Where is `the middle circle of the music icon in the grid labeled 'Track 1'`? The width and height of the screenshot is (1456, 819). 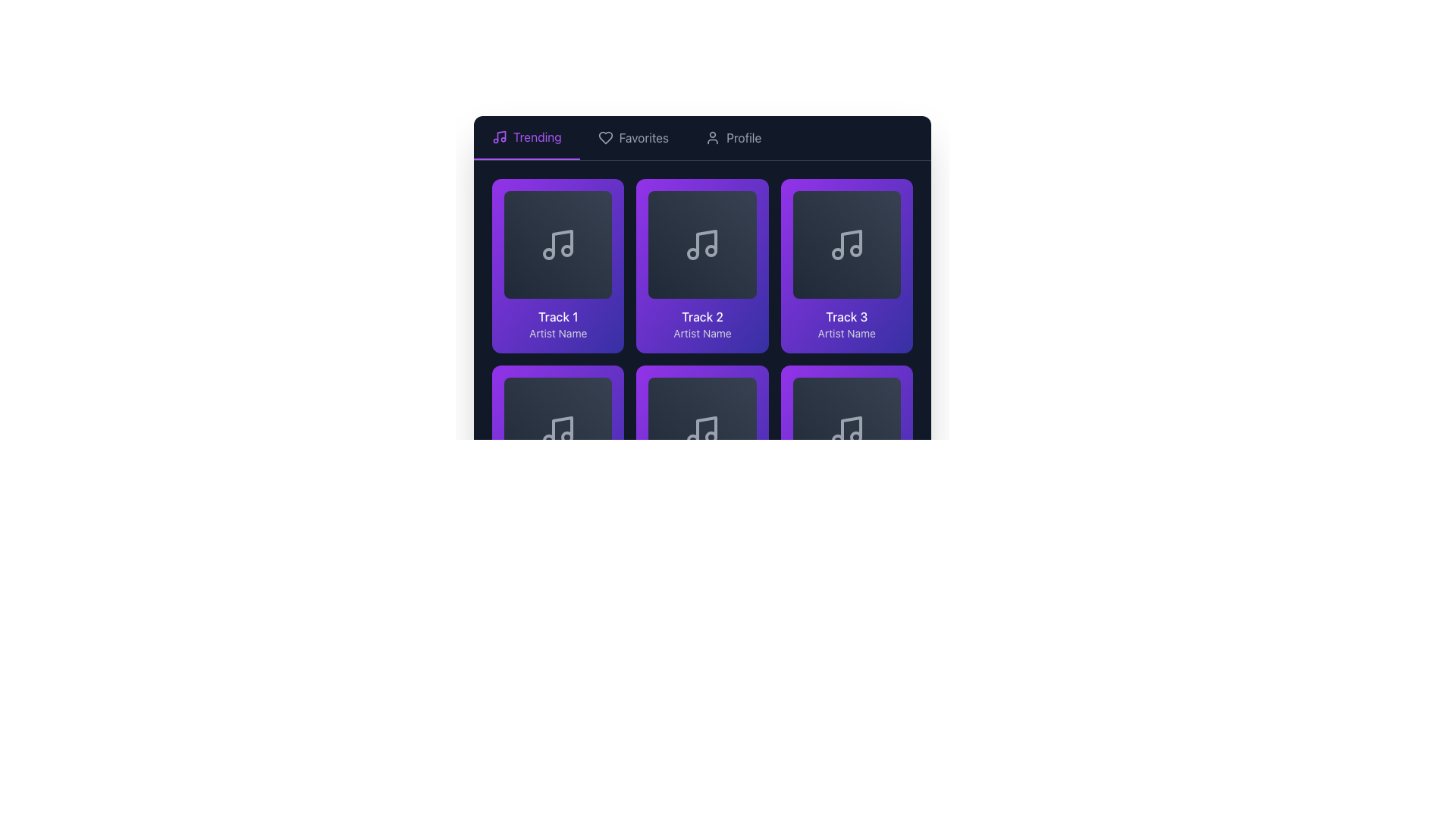
the middle circle of the music icon in the grid labeled 'Track 1' is located at coordinates (548, 253).